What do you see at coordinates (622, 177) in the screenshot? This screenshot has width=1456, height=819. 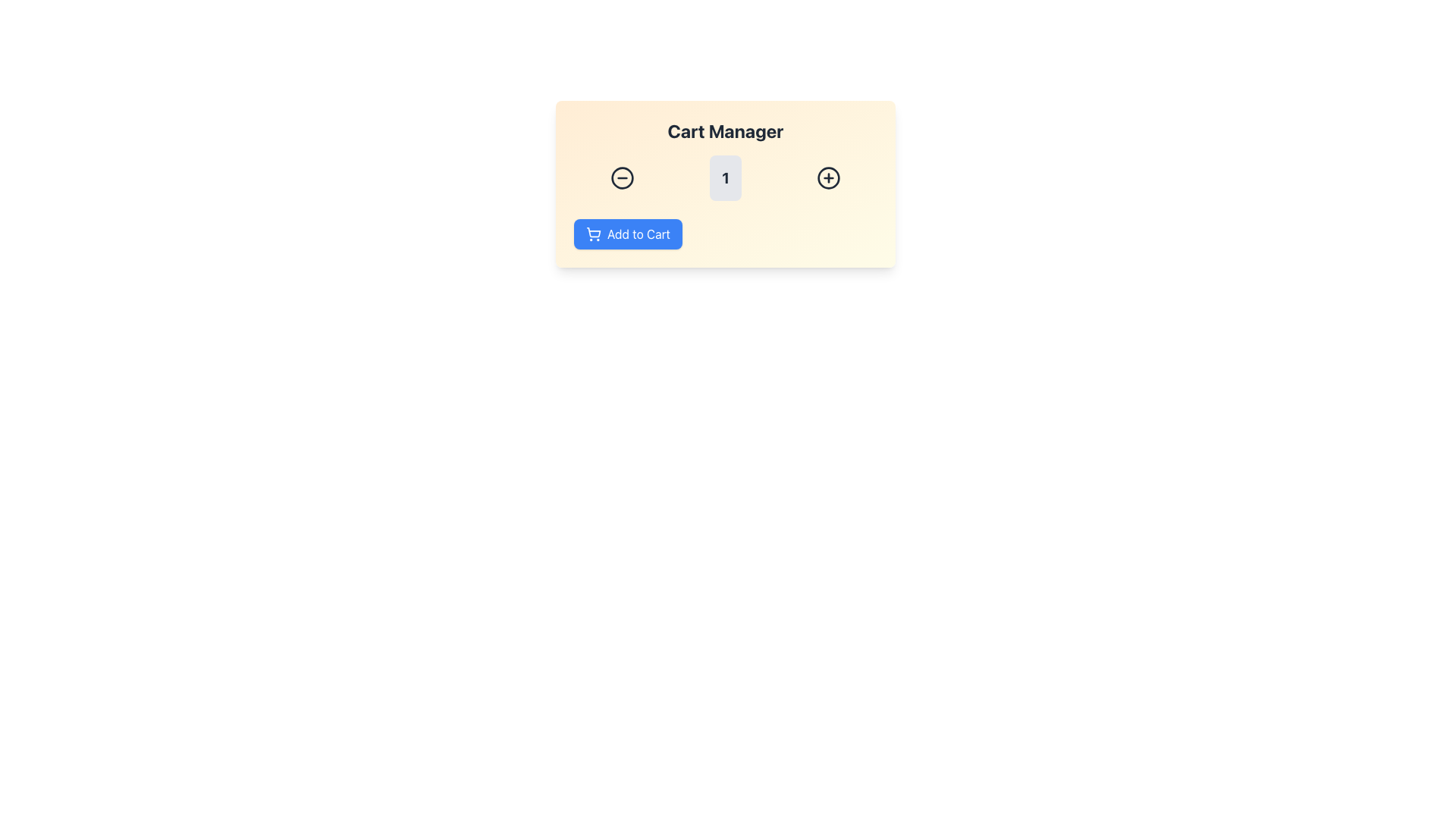 I see `the decrement button located to the left of the numeric counter in the 'Cart Manager' section to reduce the quantity of items in the cart` at bounding box center [622, 177].